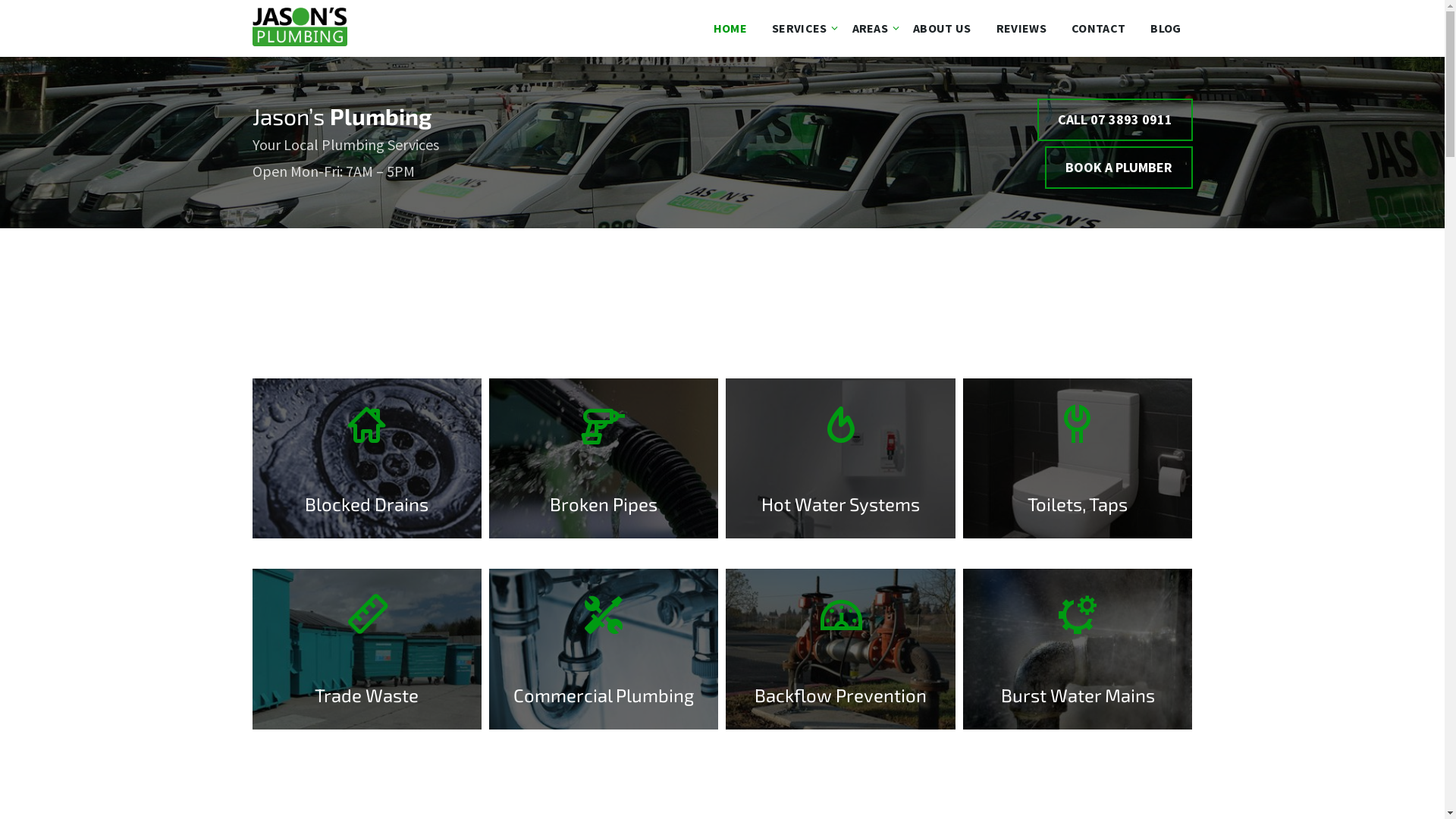 The width and height of the screenshot is (1456, 819). What do you see at coordinates (799, 28) in the screenshot?
I see `'SERVICES'` at bounding box center [799, 28].